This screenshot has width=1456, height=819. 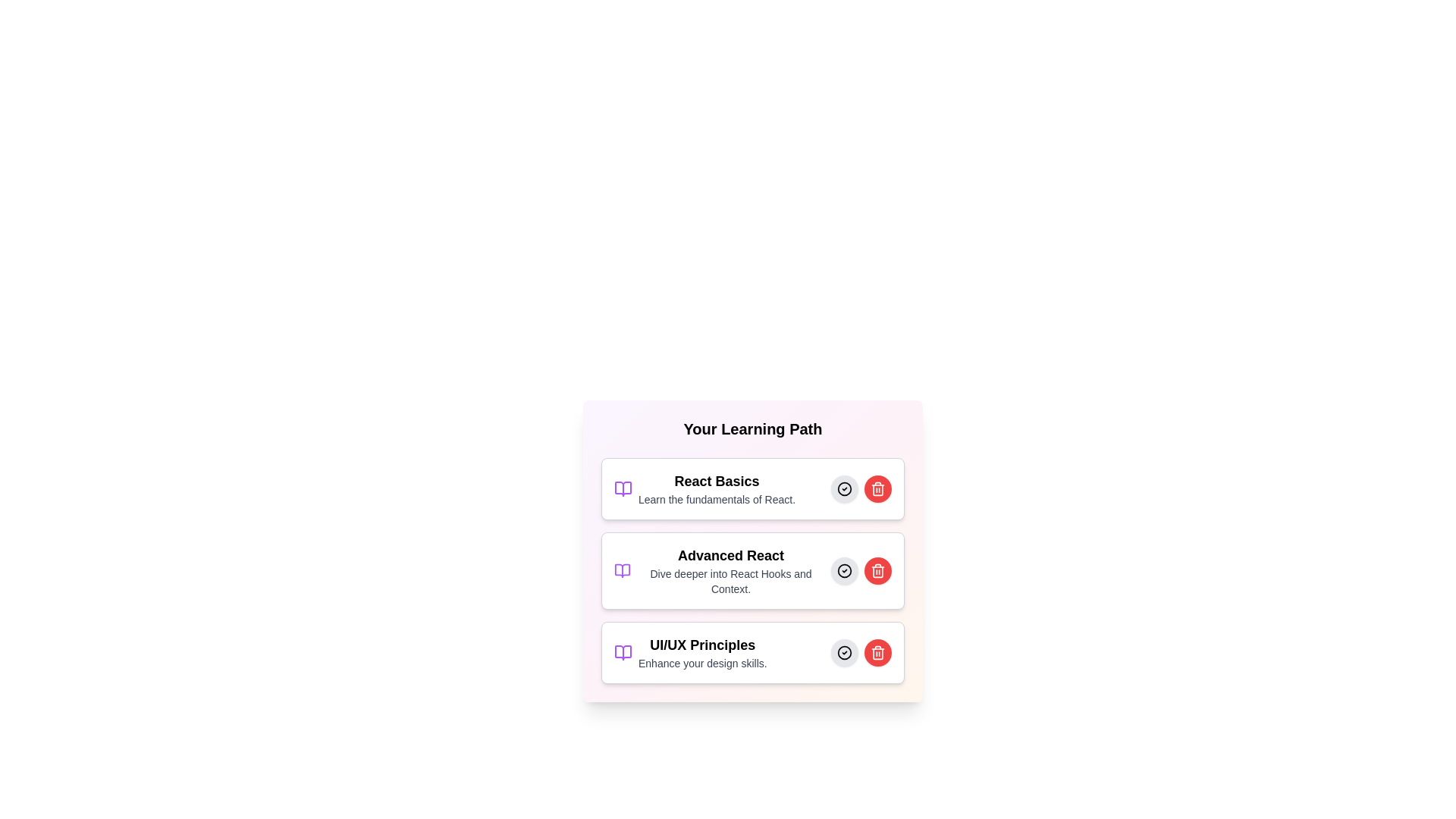 I want to click on the select button for the UI/UX Principles learning path, so click(x=843, y=651).